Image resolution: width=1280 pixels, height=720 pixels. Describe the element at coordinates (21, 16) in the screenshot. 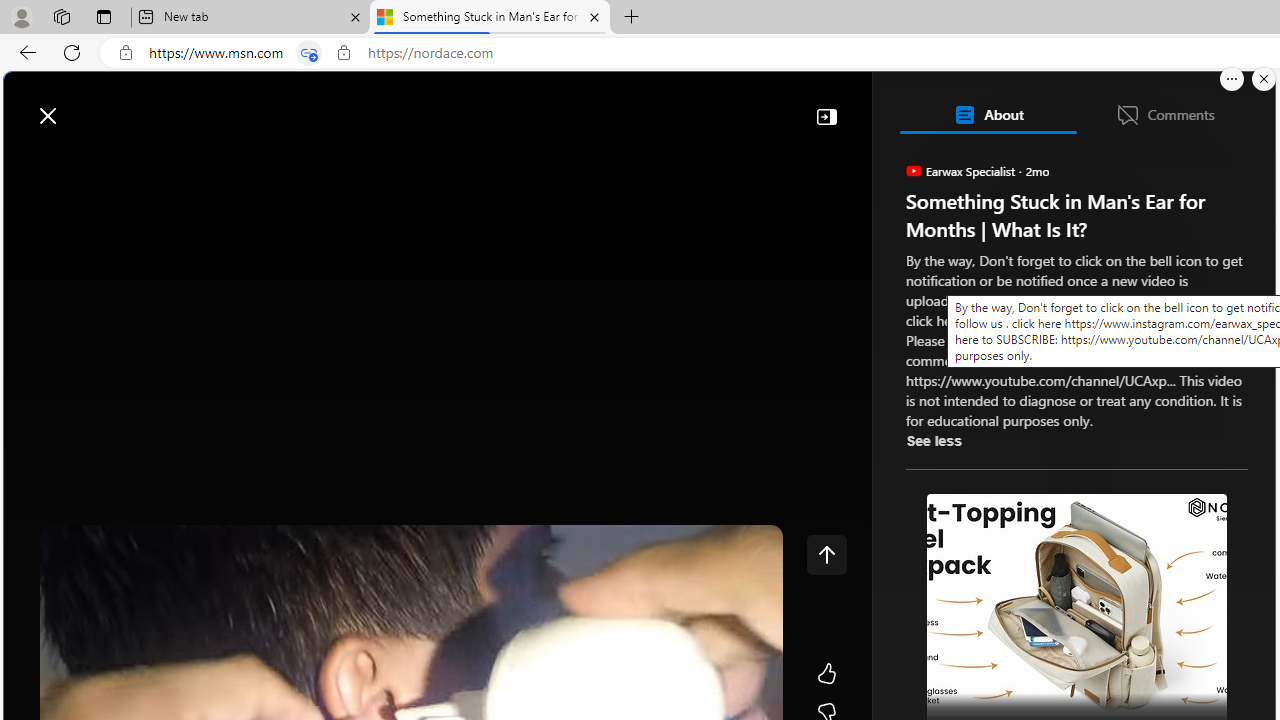

I see `'Personal Profile'` at that location.